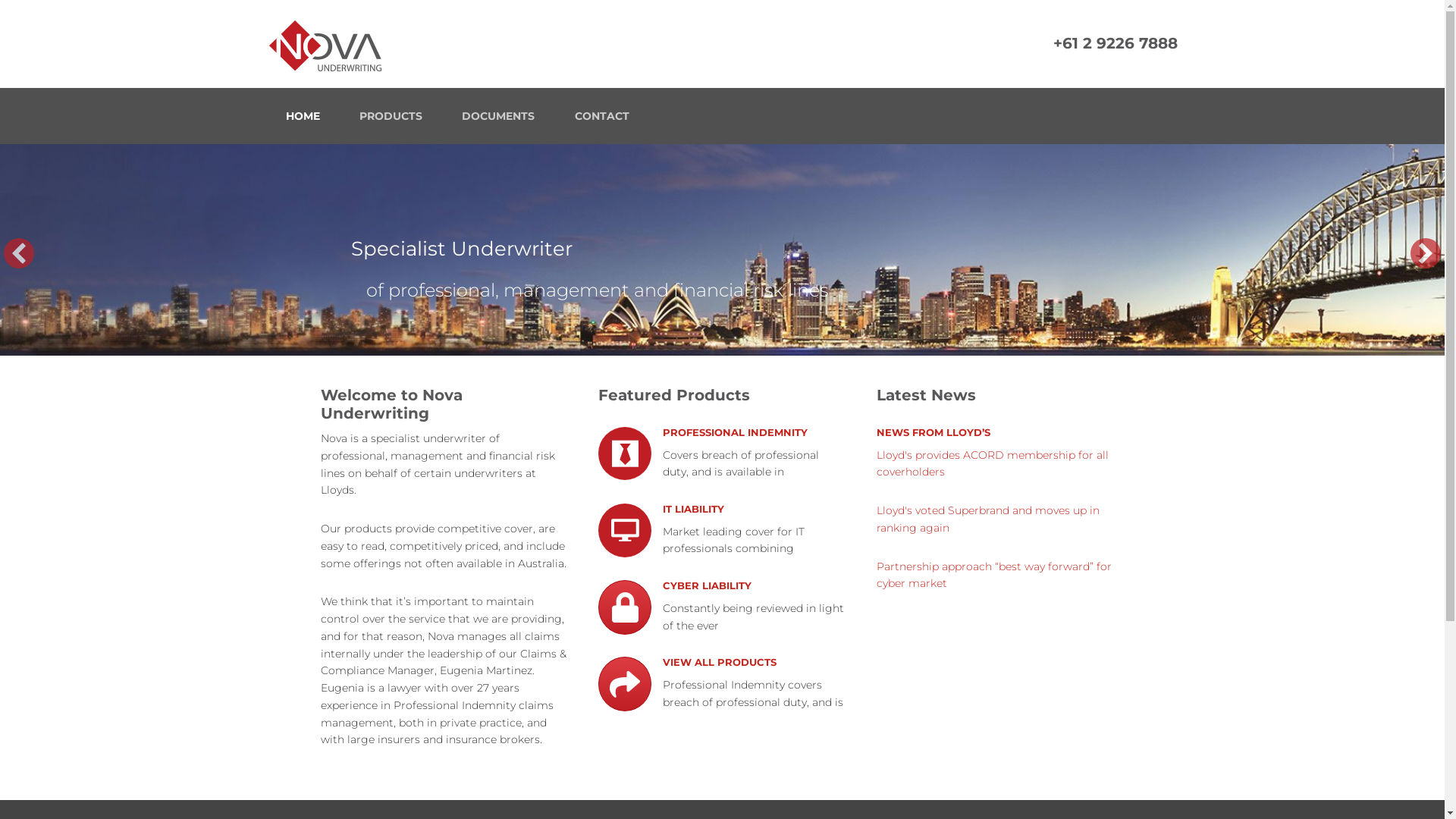 Image resolution: width=1456 pixels, height=819 pixels. Describe the element at coordinates (987, 519) in the screenshot. I see `'Lloyd's voted Superbrand and moves up in ranking again'` at that location.